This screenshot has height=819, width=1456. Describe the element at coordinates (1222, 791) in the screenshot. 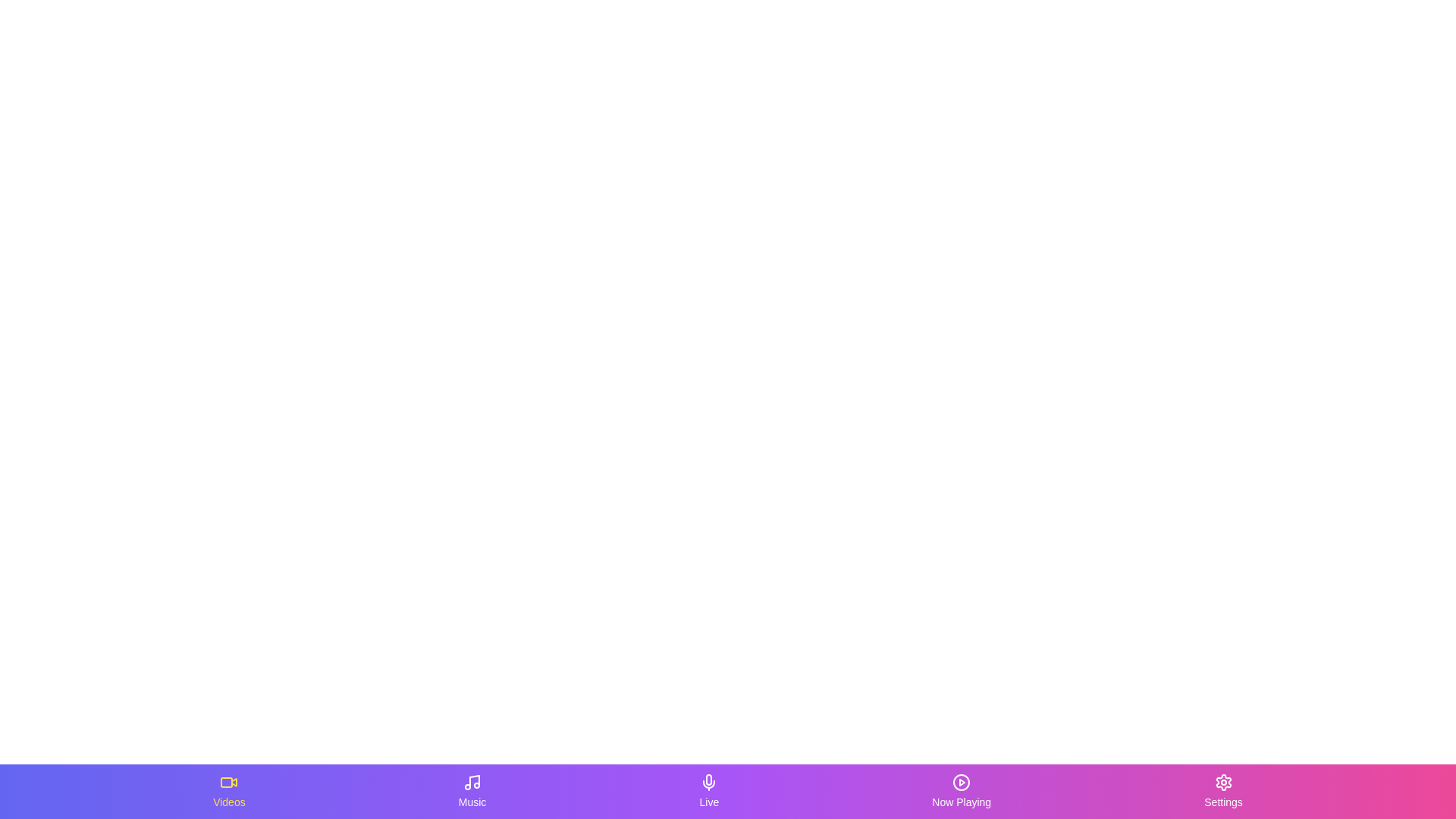

I see `the Settings tab in the bottom navigation bar` at that location.